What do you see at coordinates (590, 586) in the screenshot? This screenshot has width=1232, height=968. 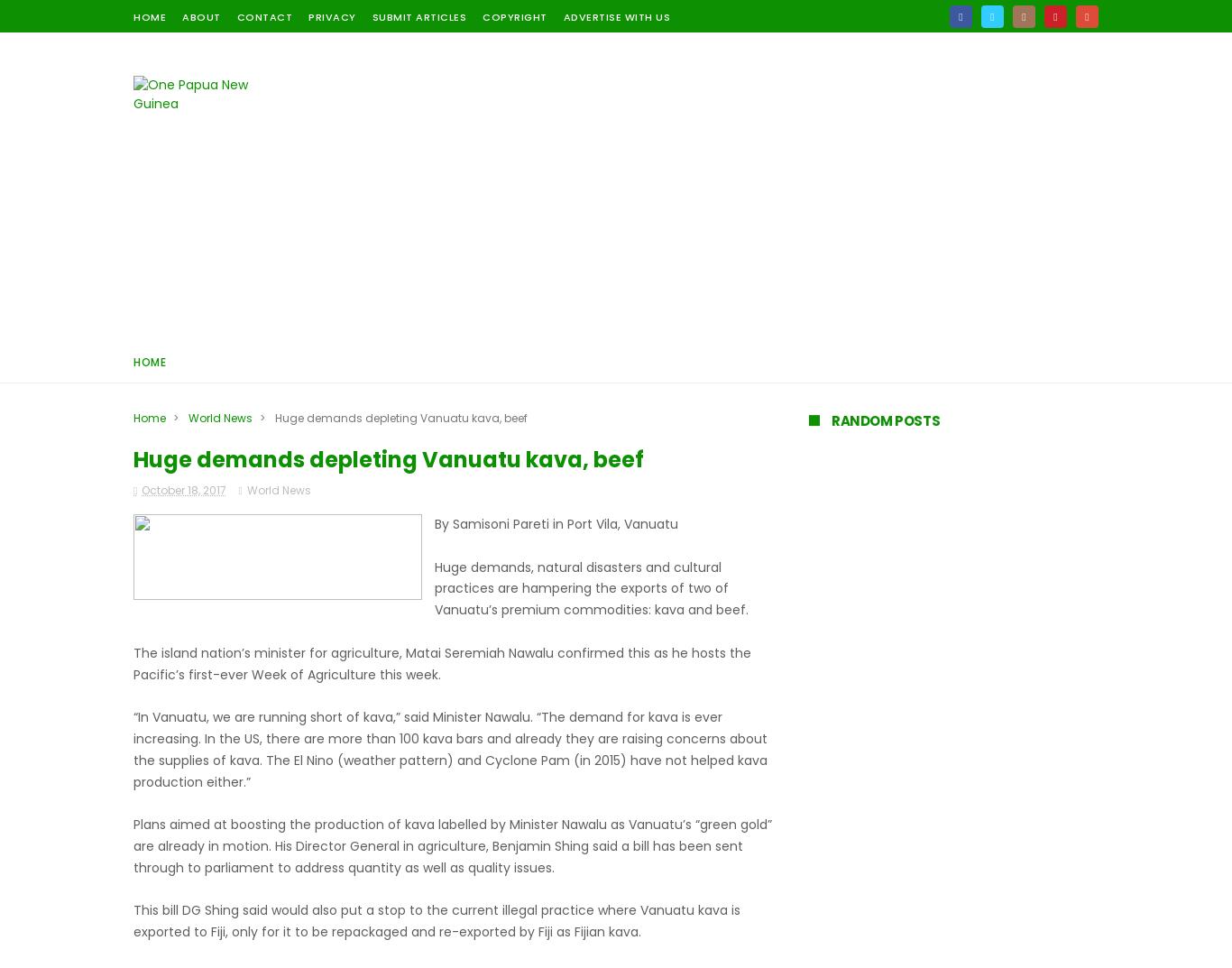 I see `'Huge demands, natural disasters and cultural practices are hampering the exports of two of Vanuatu’s premium commodities: kava and beef.'` at bounding box center [590, 586].